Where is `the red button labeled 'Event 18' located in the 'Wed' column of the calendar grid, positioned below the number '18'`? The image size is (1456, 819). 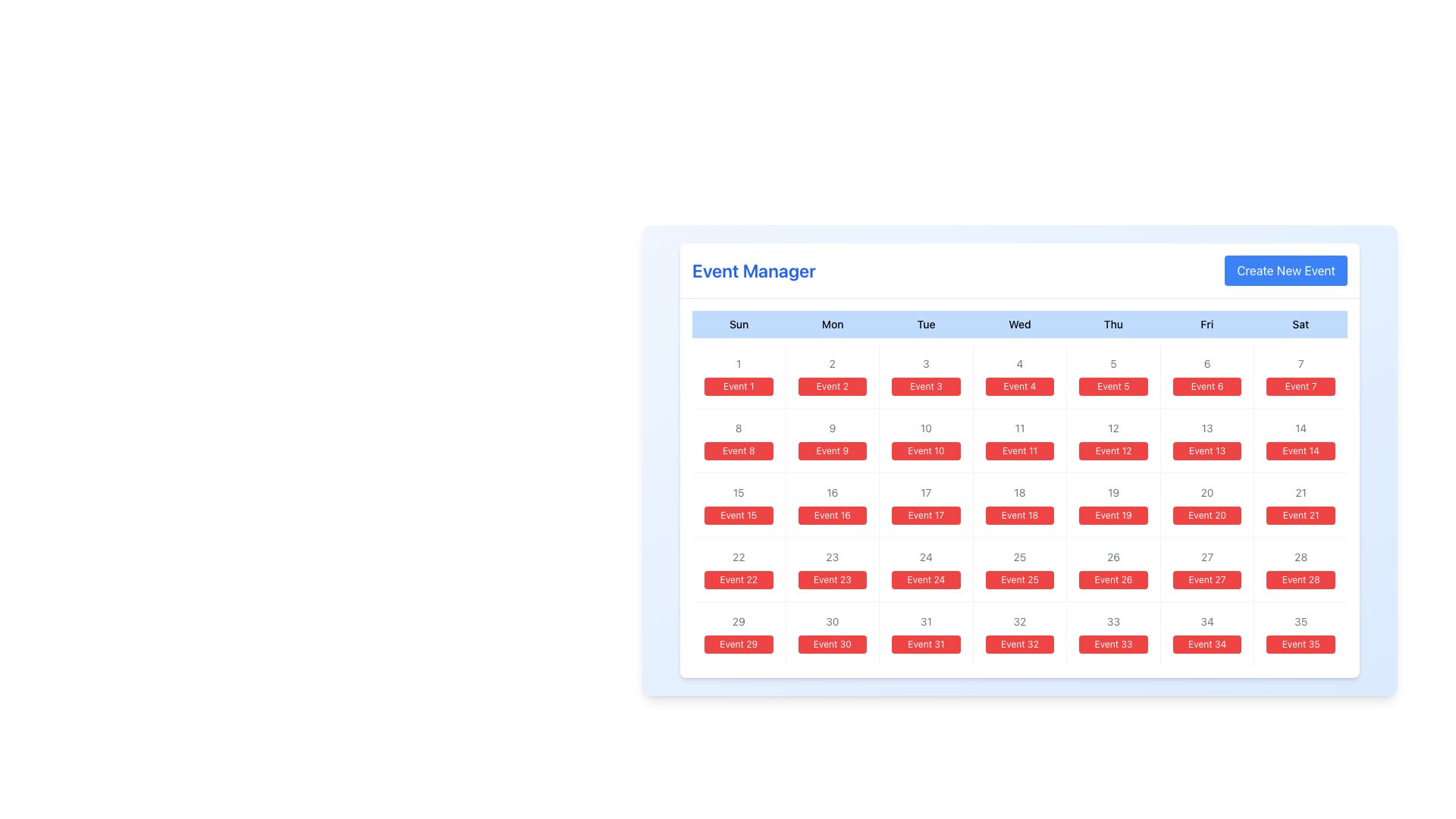 the red button labeled 'Event 18' located in the 'Wed' column of the calendar grid, positioned below the number '18' is located at coordinates (1019, 514).